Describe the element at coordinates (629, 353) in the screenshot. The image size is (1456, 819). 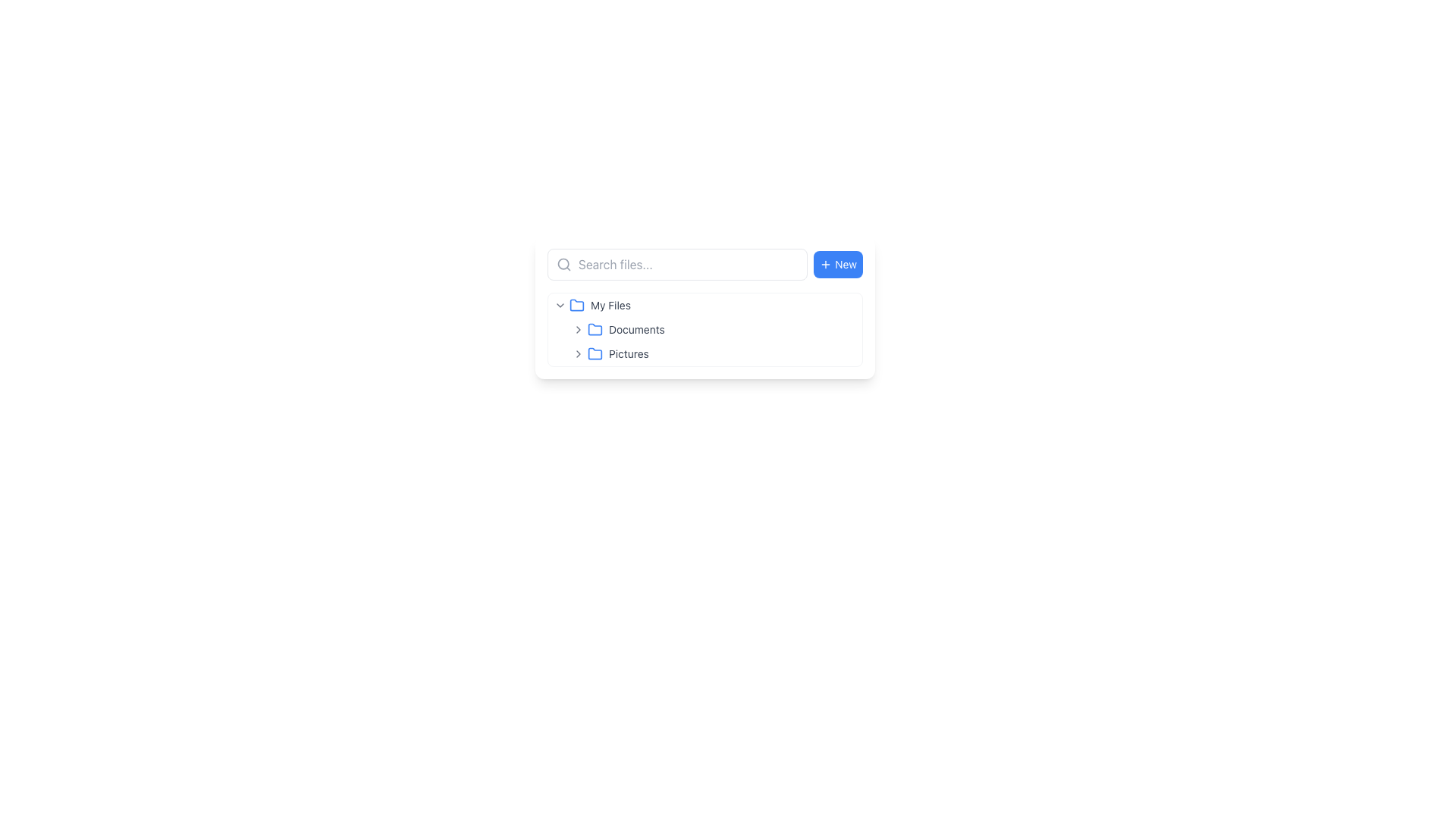
I see `the text label reading 'Pictures' that is styled with a small font size and gray color, located next to a blue folder icon in the 'My Files' section` at that location.